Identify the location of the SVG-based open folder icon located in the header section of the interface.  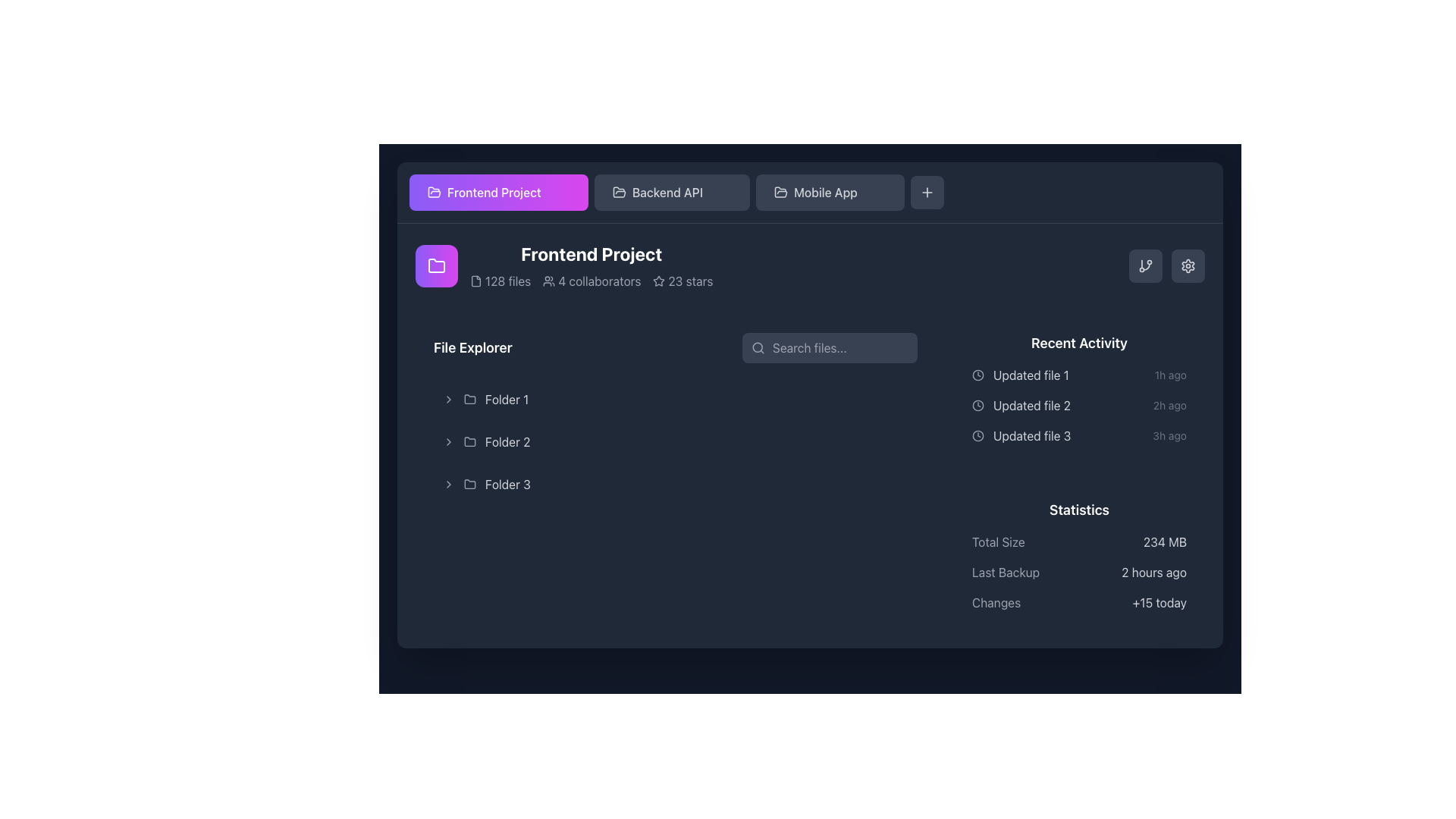
(781, 191).